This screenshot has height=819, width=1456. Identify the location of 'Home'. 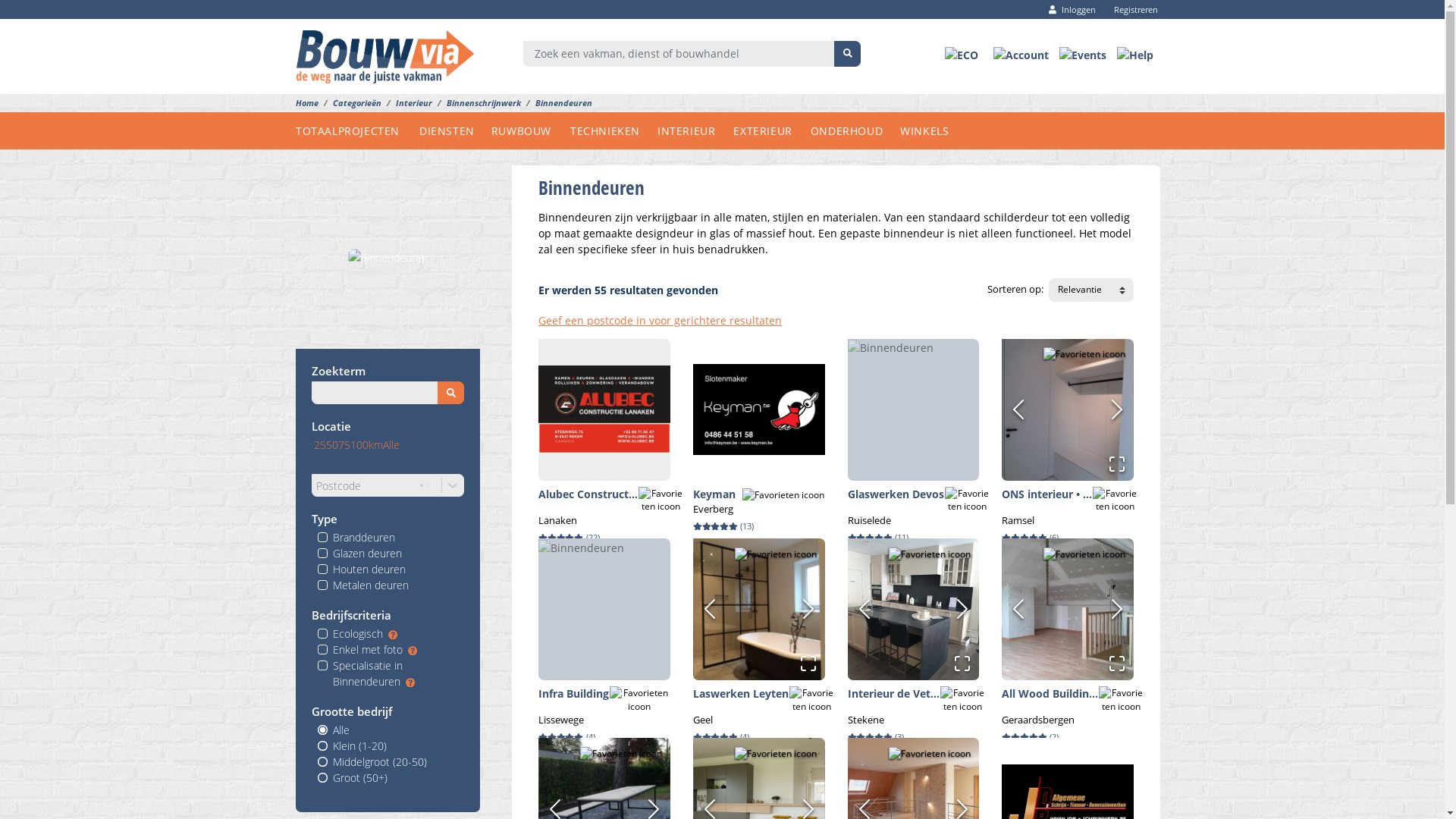
(306, 102).